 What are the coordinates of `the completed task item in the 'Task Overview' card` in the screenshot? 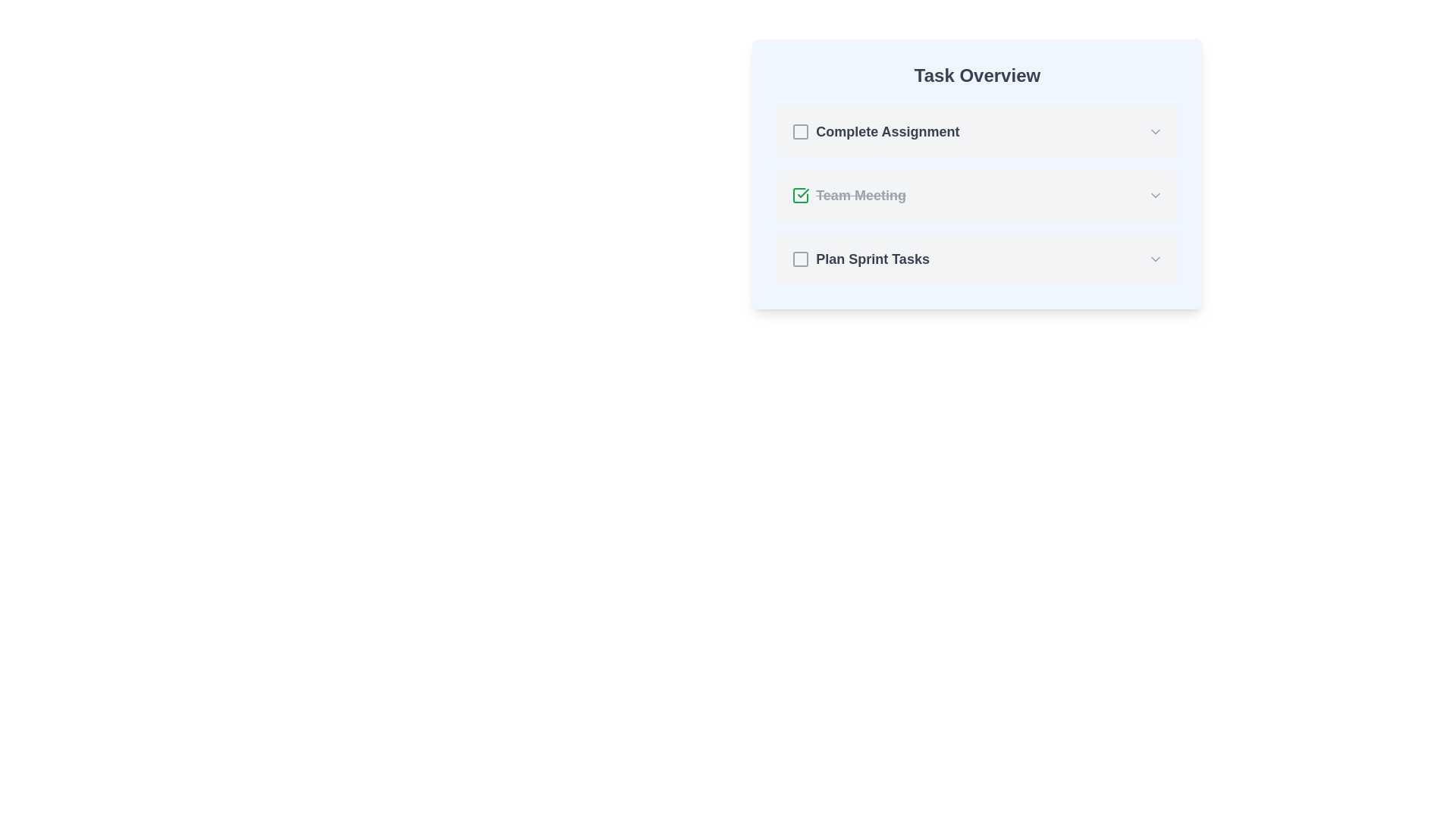 It's located at (977, 195).